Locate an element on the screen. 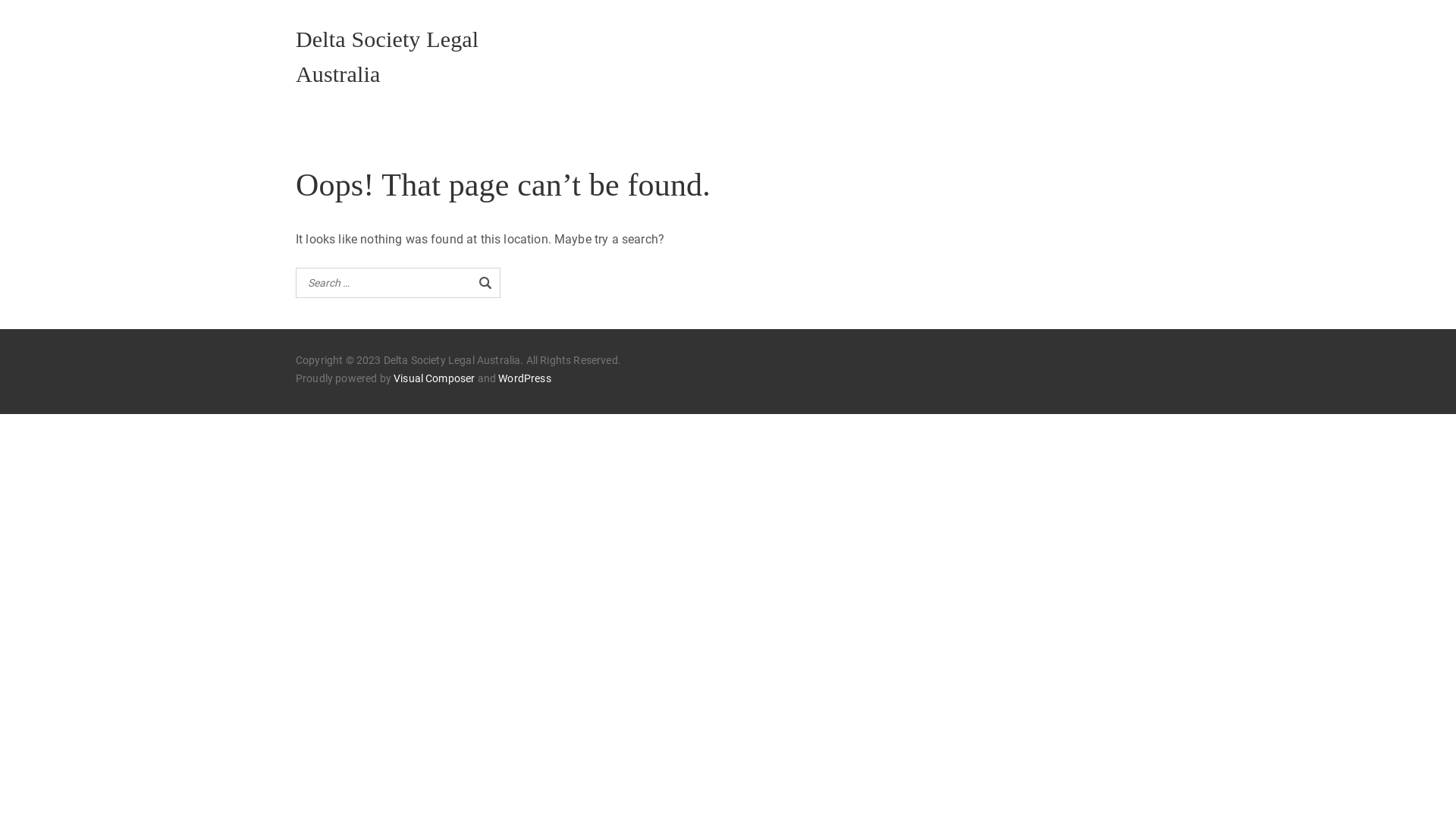  'WordPress' is located at coordinates (524, 378).